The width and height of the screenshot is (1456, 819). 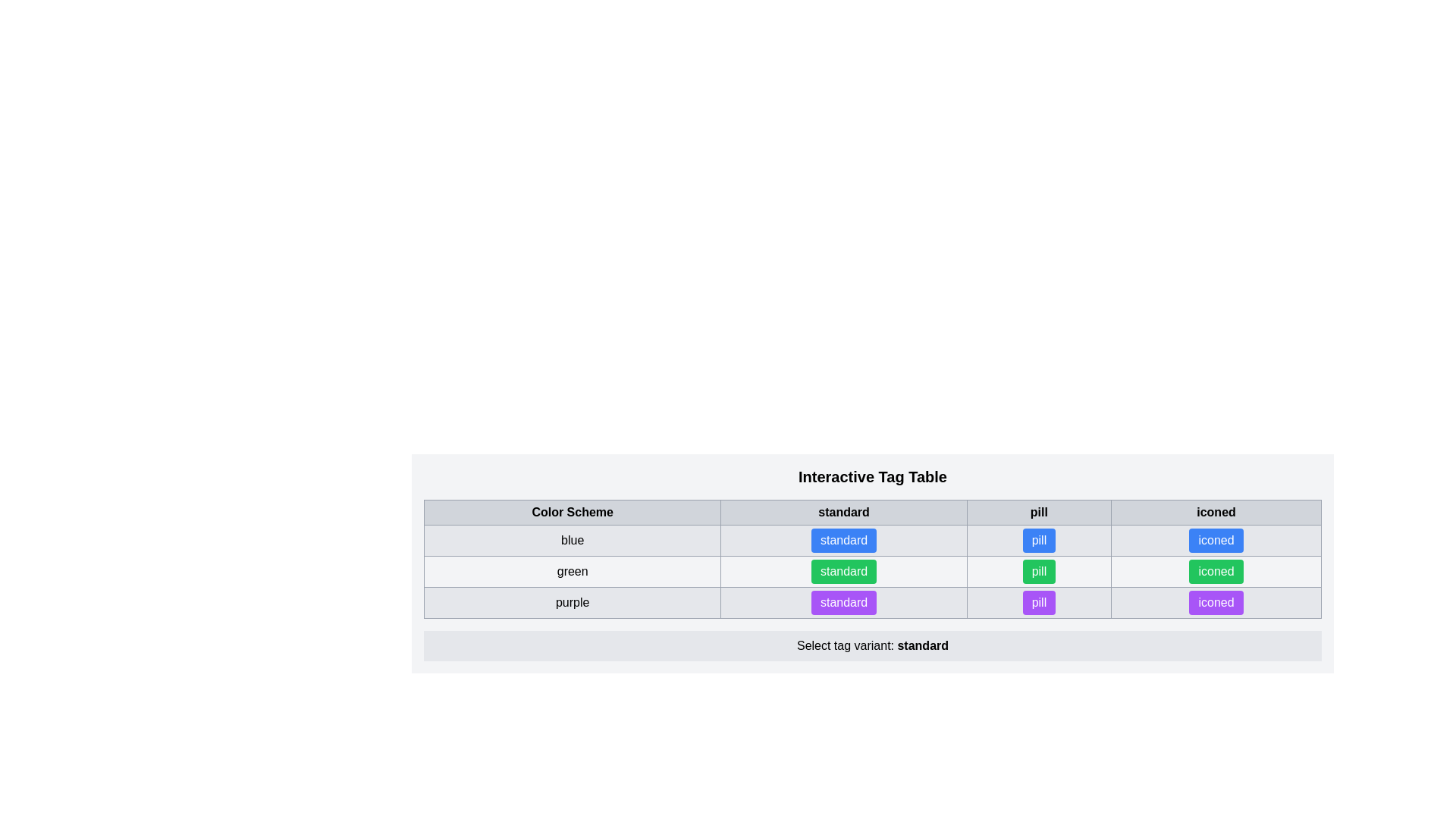 I want to click on the last button in the green-themed row of the grid under the 'iconed' column, so click(x=1216, y=571).